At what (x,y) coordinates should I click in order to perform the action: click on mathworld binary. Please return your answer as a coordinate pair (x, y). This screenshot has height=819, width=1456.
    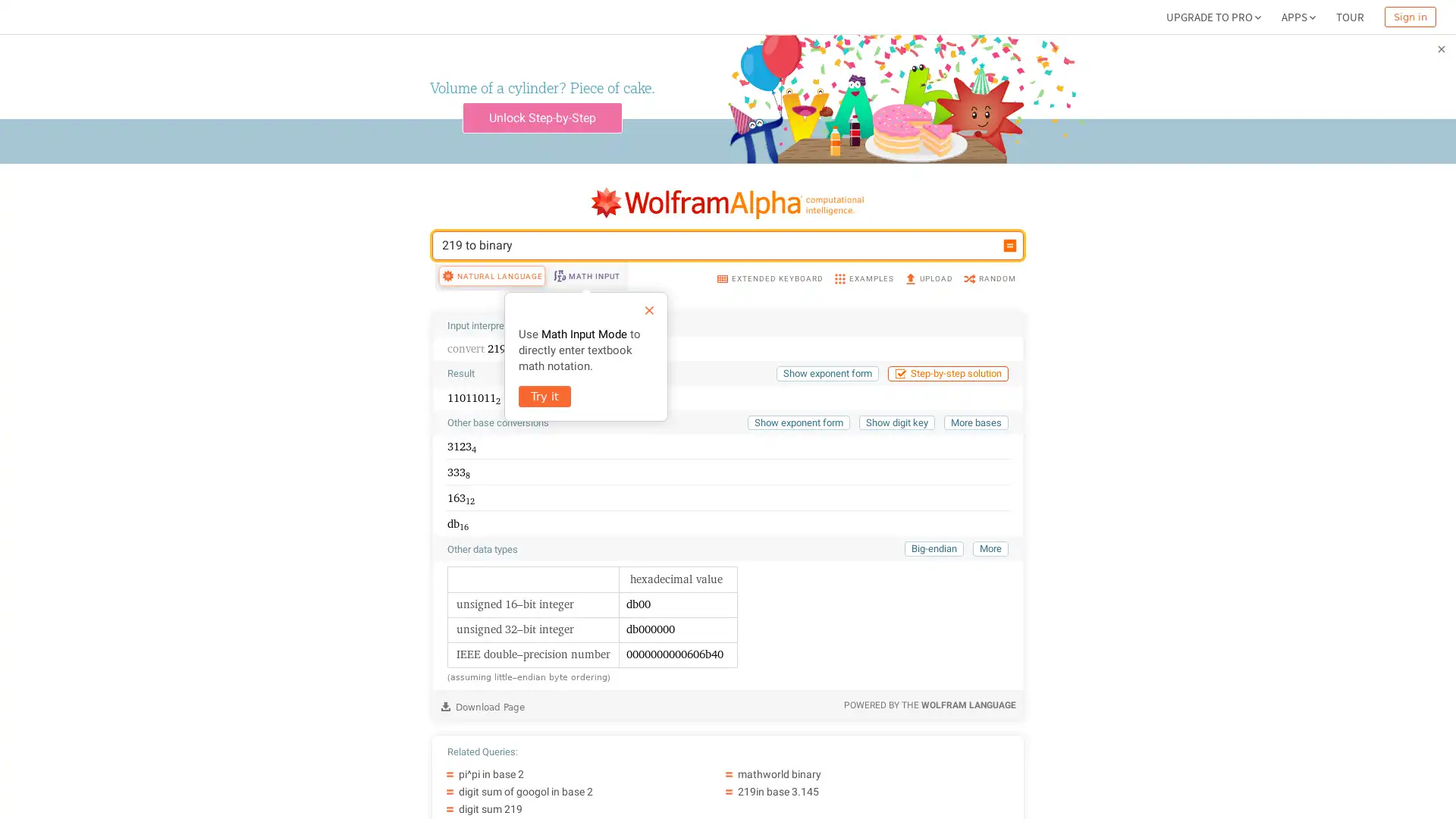
    Looking at the image, I should click on (855, 803).